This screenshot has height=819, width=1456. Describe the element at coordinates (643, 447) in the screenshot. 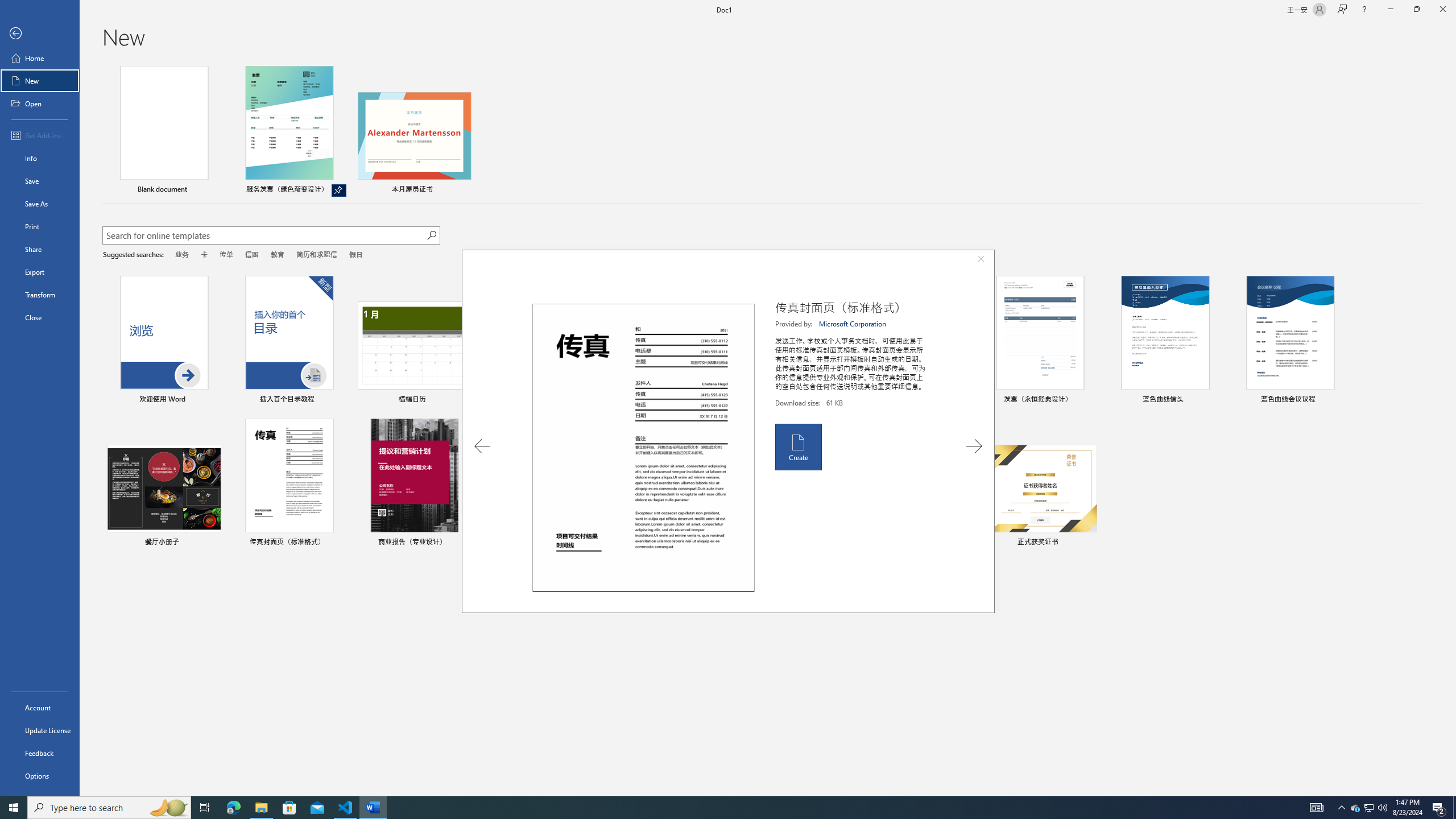

I see `'Preview'` at that location.